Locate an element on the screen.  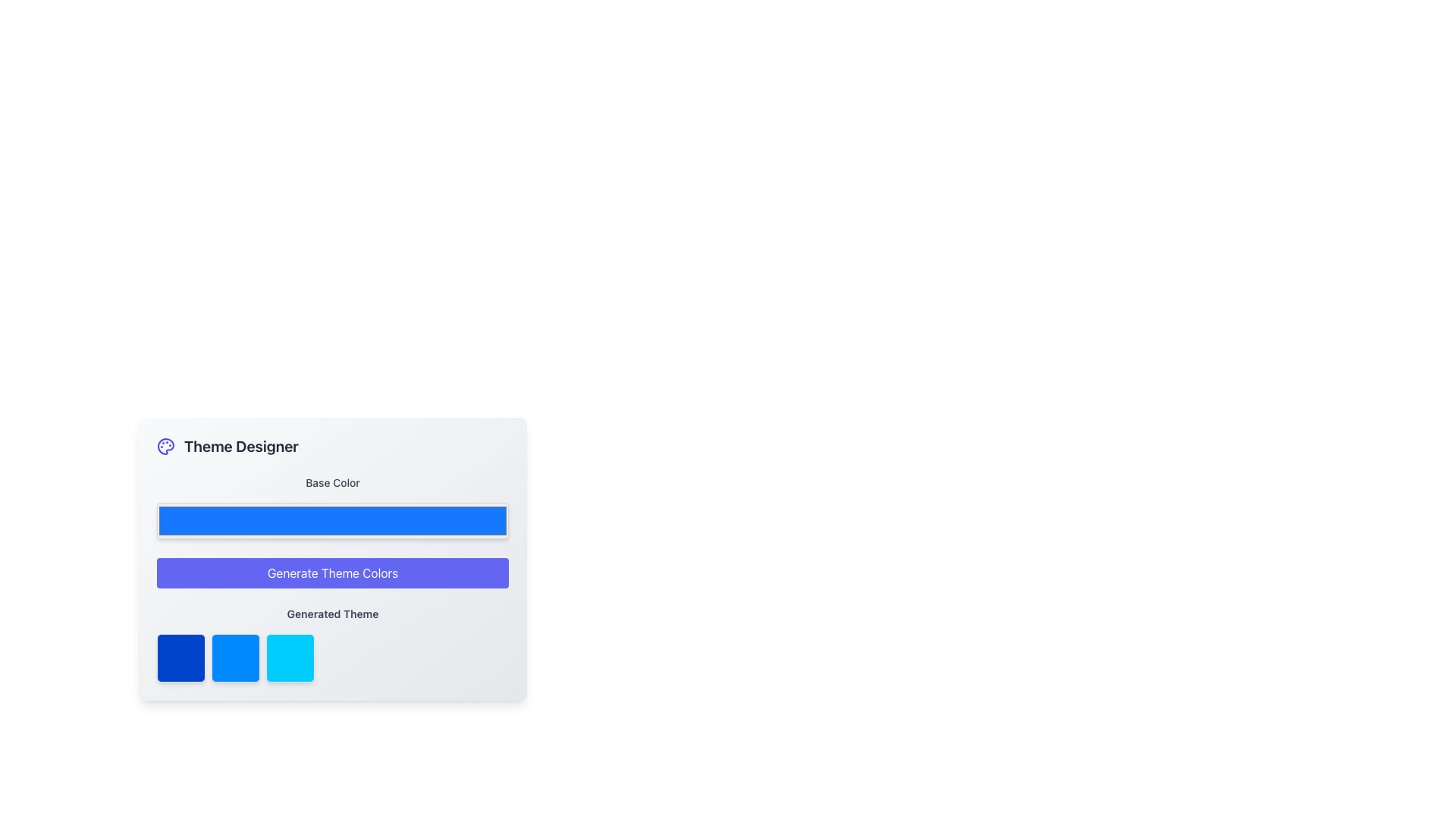
the theme color designer icon located to the left of the 'Theme Designer' text in the header section is located at coordinates (166, 446).